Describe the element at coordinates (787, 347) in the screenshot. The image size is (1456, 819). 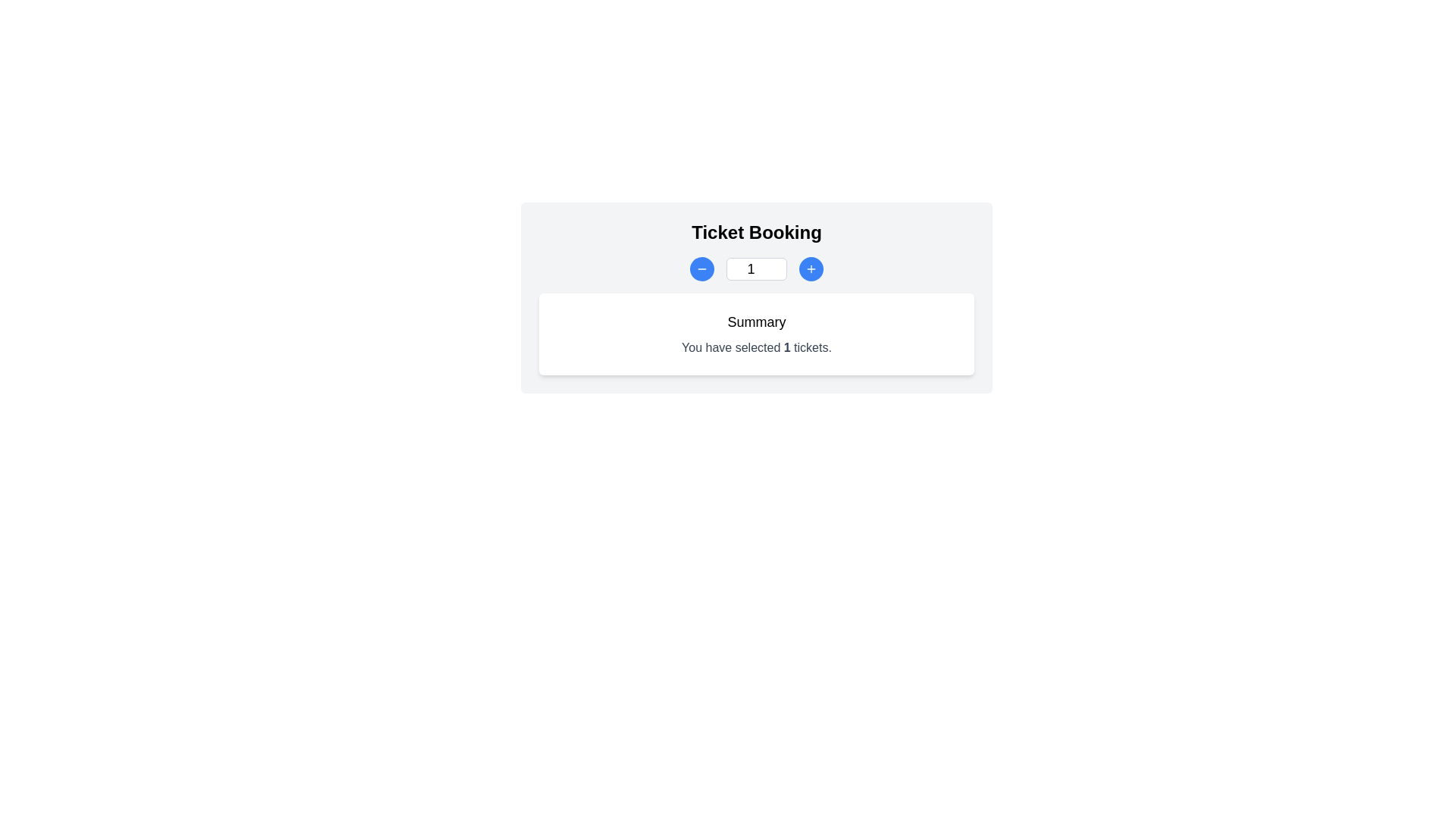
I see `the emphasized numerical part of the text 'You have selected 1 tickets.' which displays the count of tickets selected` at that location.